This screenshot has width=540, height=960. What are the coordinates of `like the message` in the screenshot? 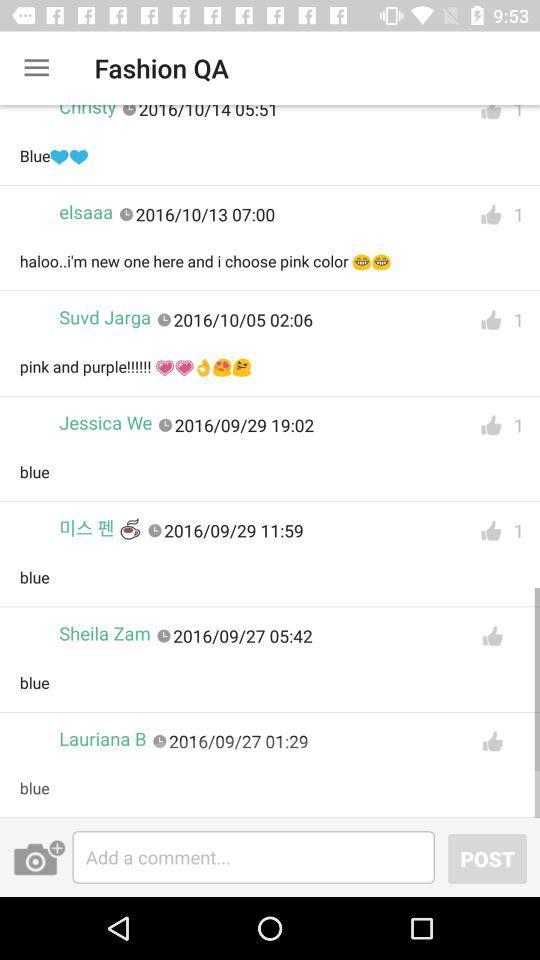 It's located at (490, 425).